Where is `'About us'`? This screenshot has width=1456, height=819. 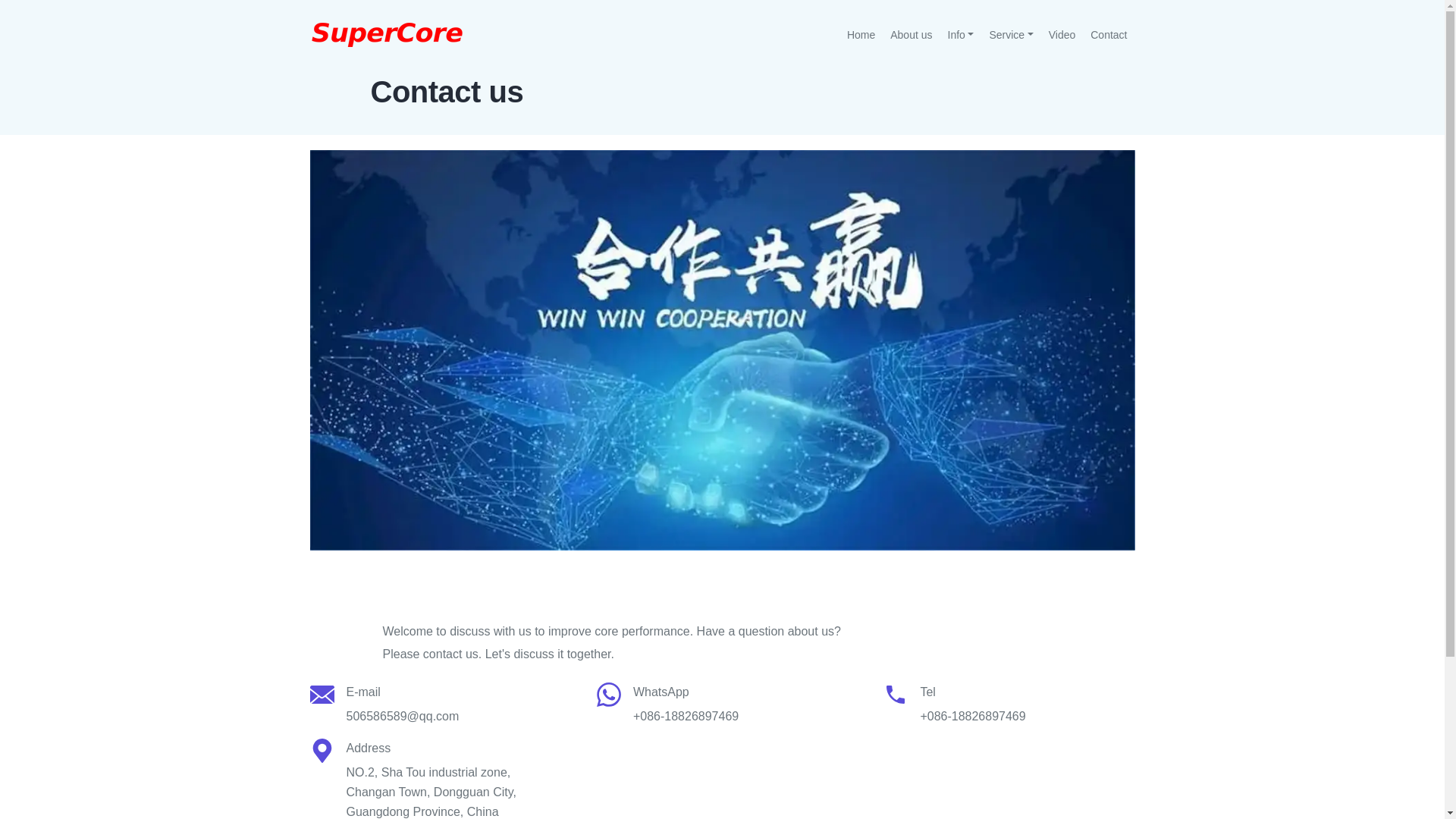 'About us' is located at coordinates (910, 34).